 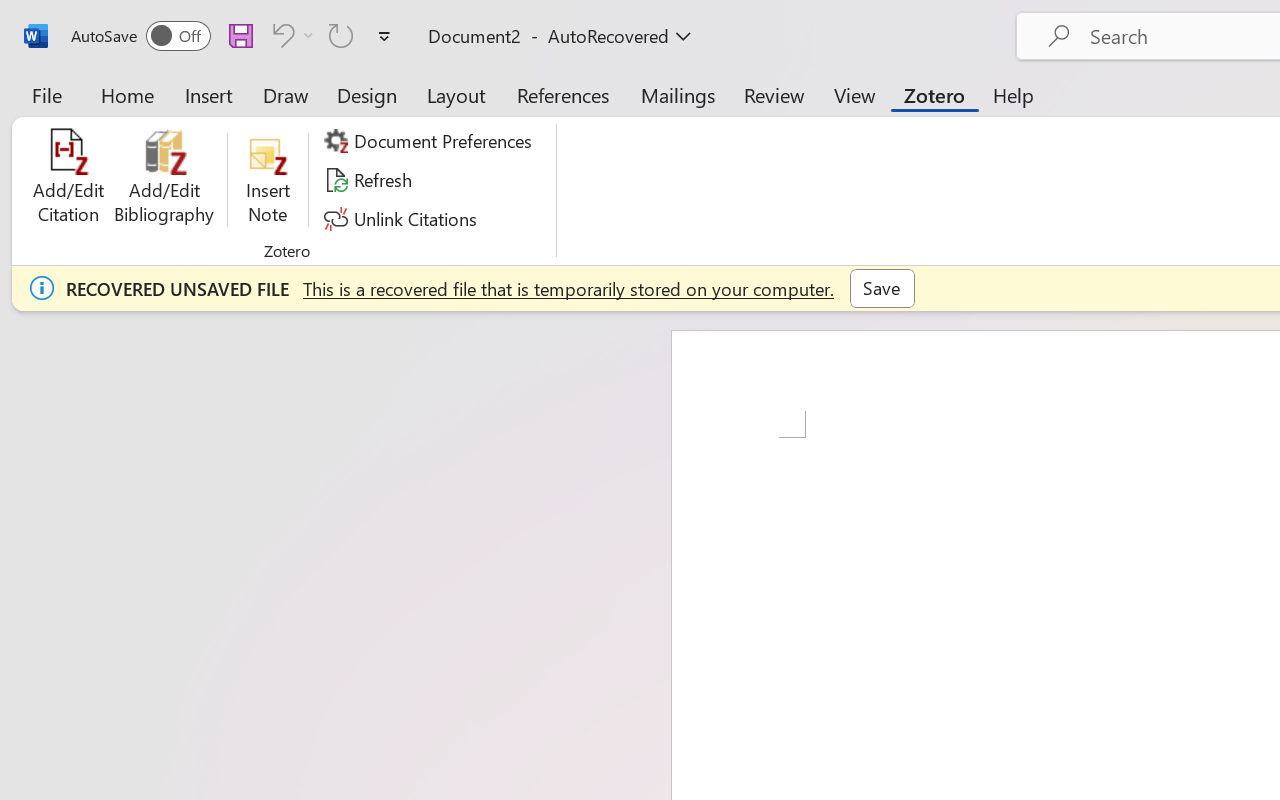 I want to click on 'Help', so click(x=1013, y=94).